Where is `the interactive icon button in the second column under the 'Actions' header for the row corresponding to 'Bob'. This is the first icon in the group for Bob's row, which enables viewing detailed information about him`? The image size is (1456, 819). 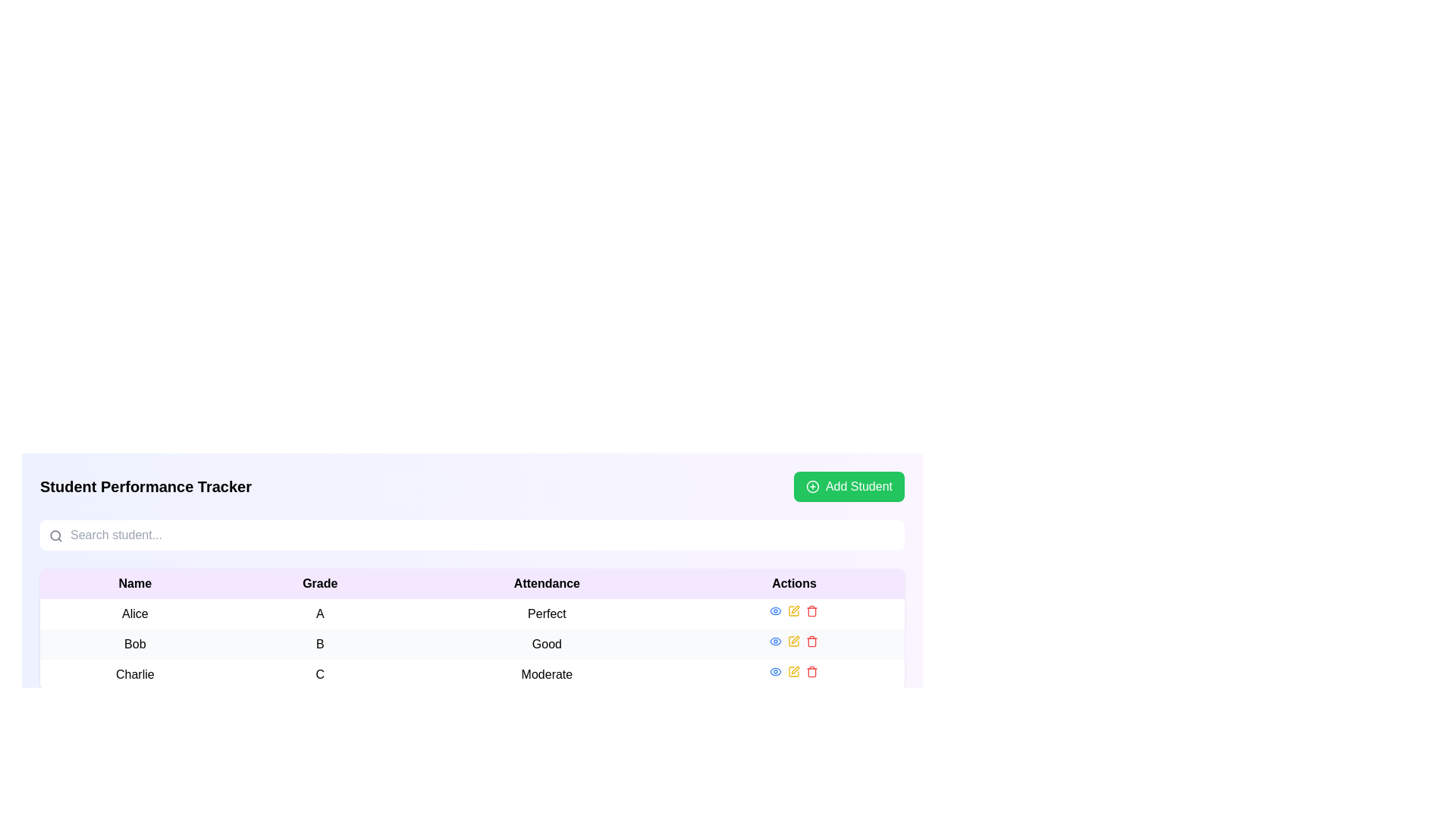
the interactive icon button in the second column under the 'Actions' header for the row corresponding to 'Bob'. This is the first icon in the group for Bob's row, which enables viewing detailed information about him is located at coordinates (776, 641).